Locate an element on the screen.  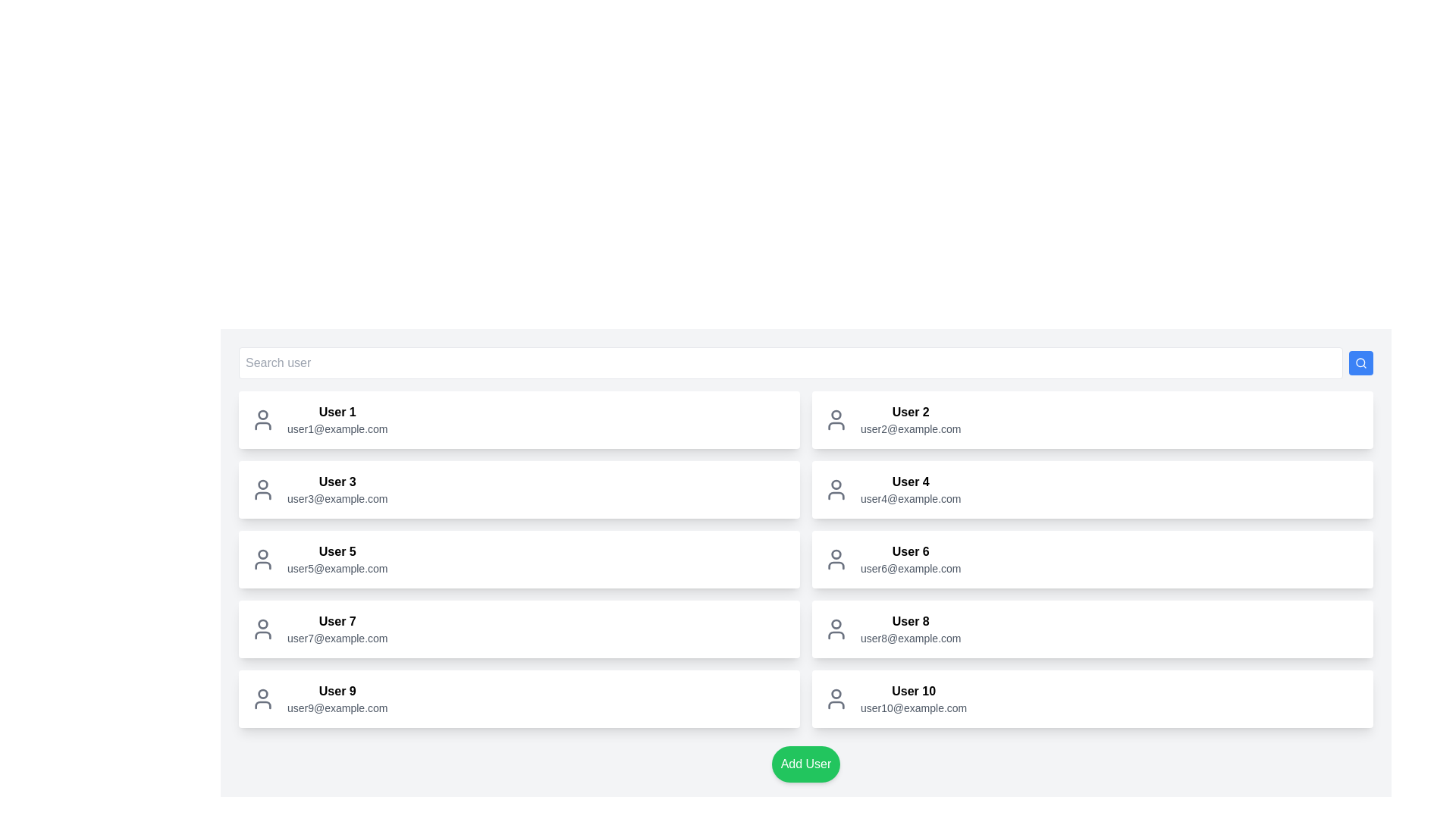
the text label displaying 'User 4', which is in bold font and located in the fourth position of the user entries list in the right column is located at coordinates (910, 482).